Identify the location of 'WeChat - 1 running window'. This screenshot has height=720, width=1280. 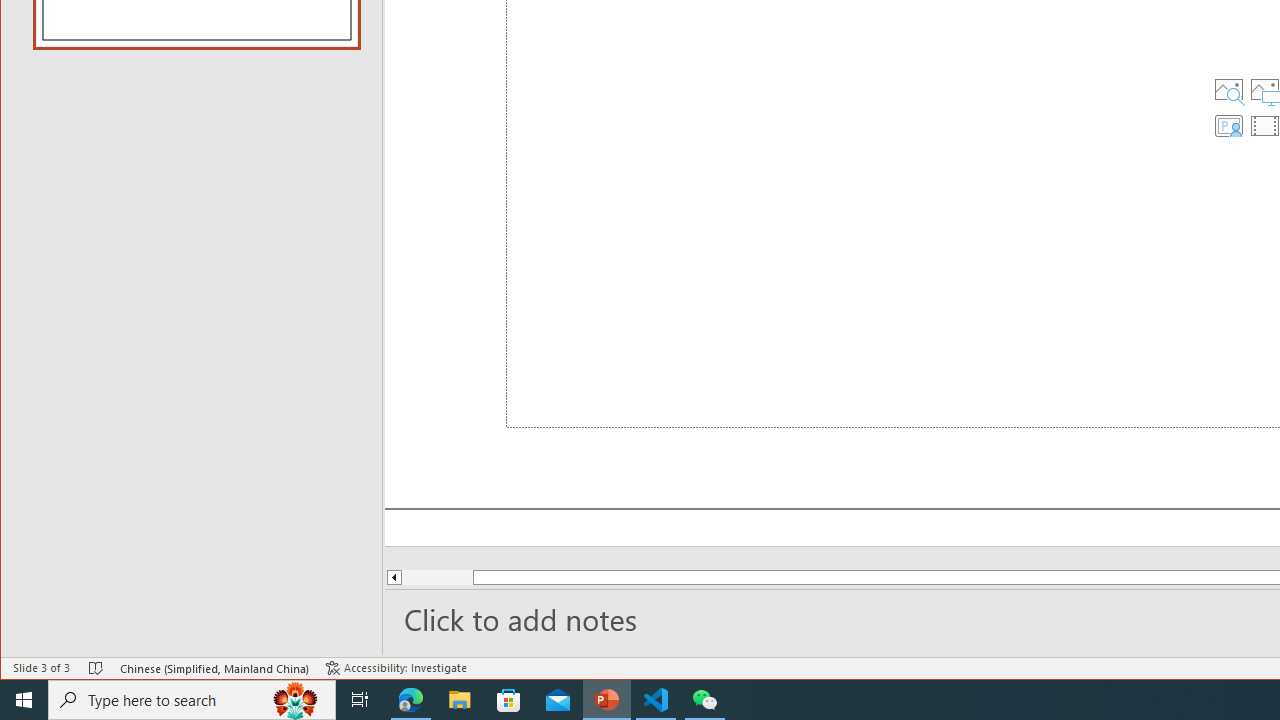
(705, 698).